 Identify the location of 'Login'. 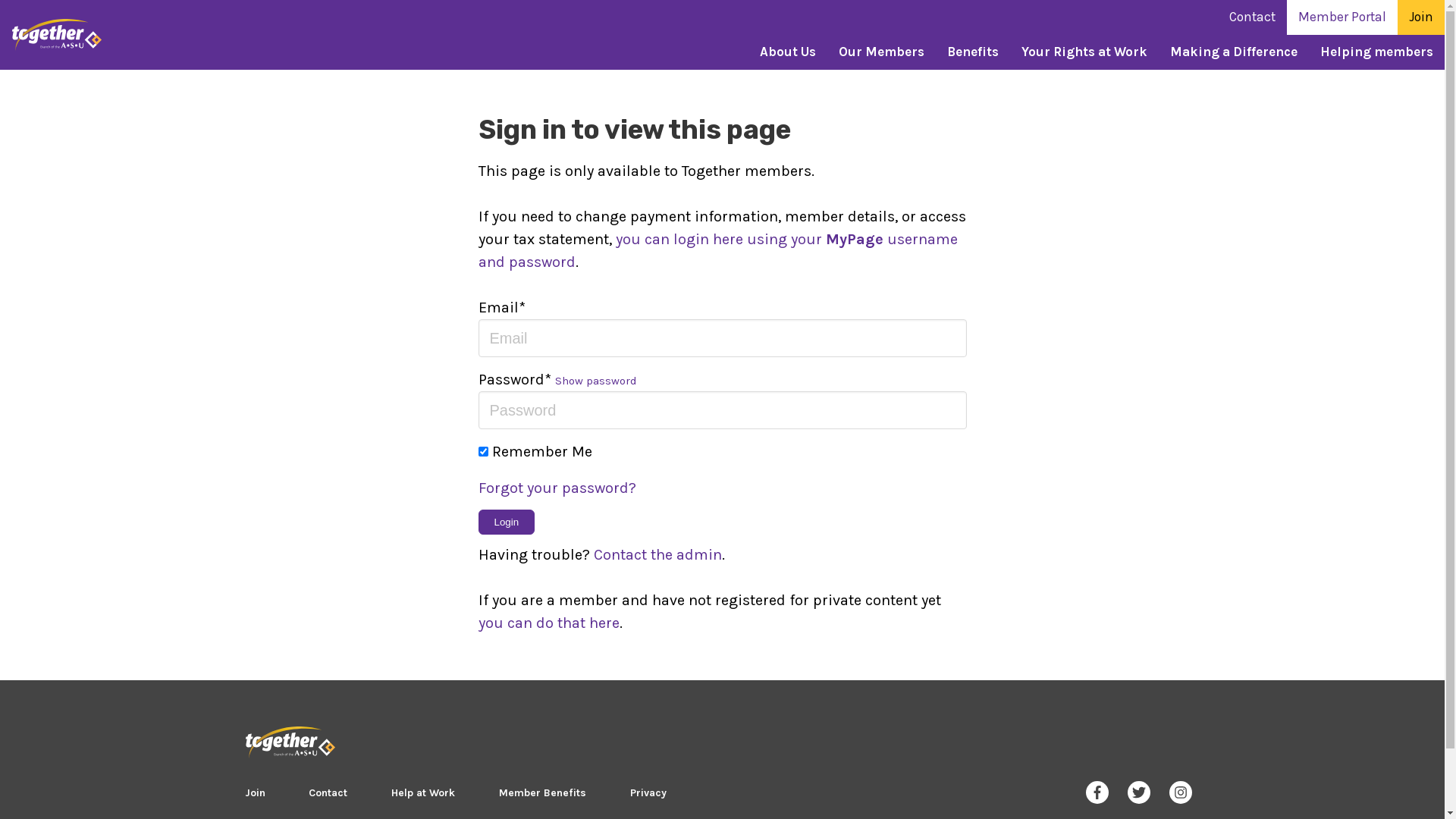
(506, 521).